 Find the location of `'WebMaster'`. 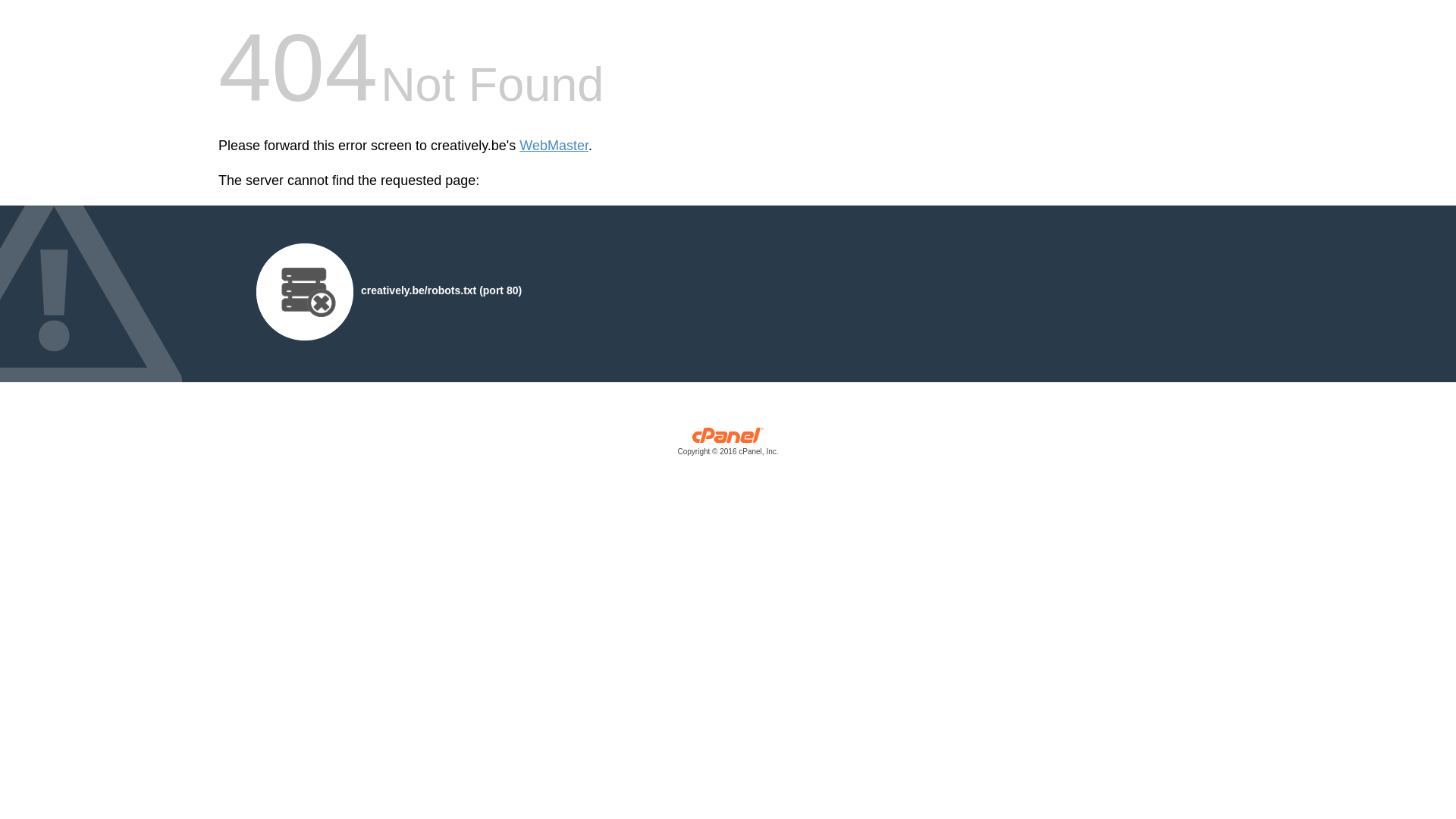

'WebMaster' is located at coordinates (519, 146).